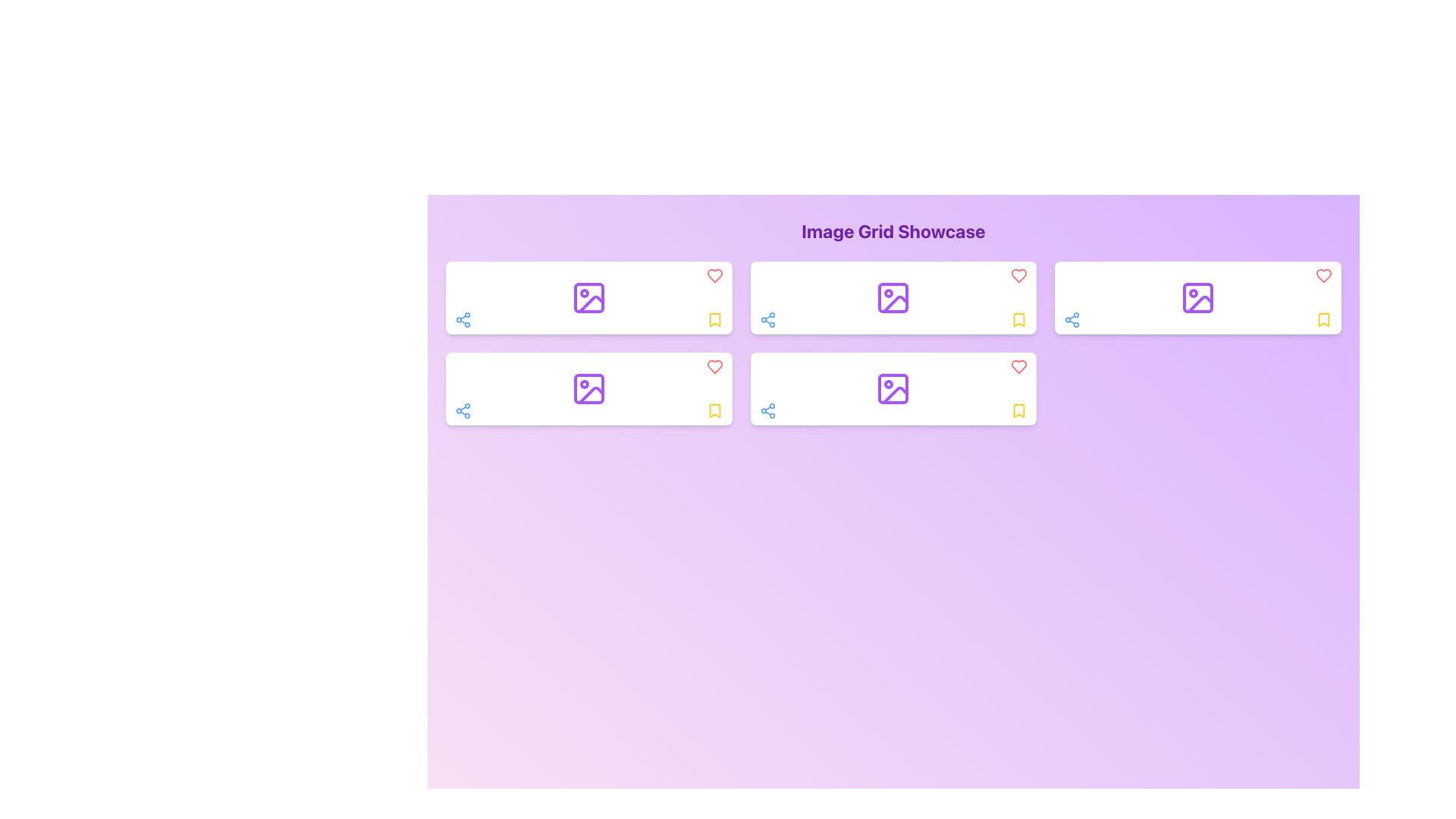 The image size is (1456, 819). Describe the element at coordinates (588, 388) in the screenshot. I see `the purple image icon located at the center of the second card in the second row of the grid interface for further actions` at that location.